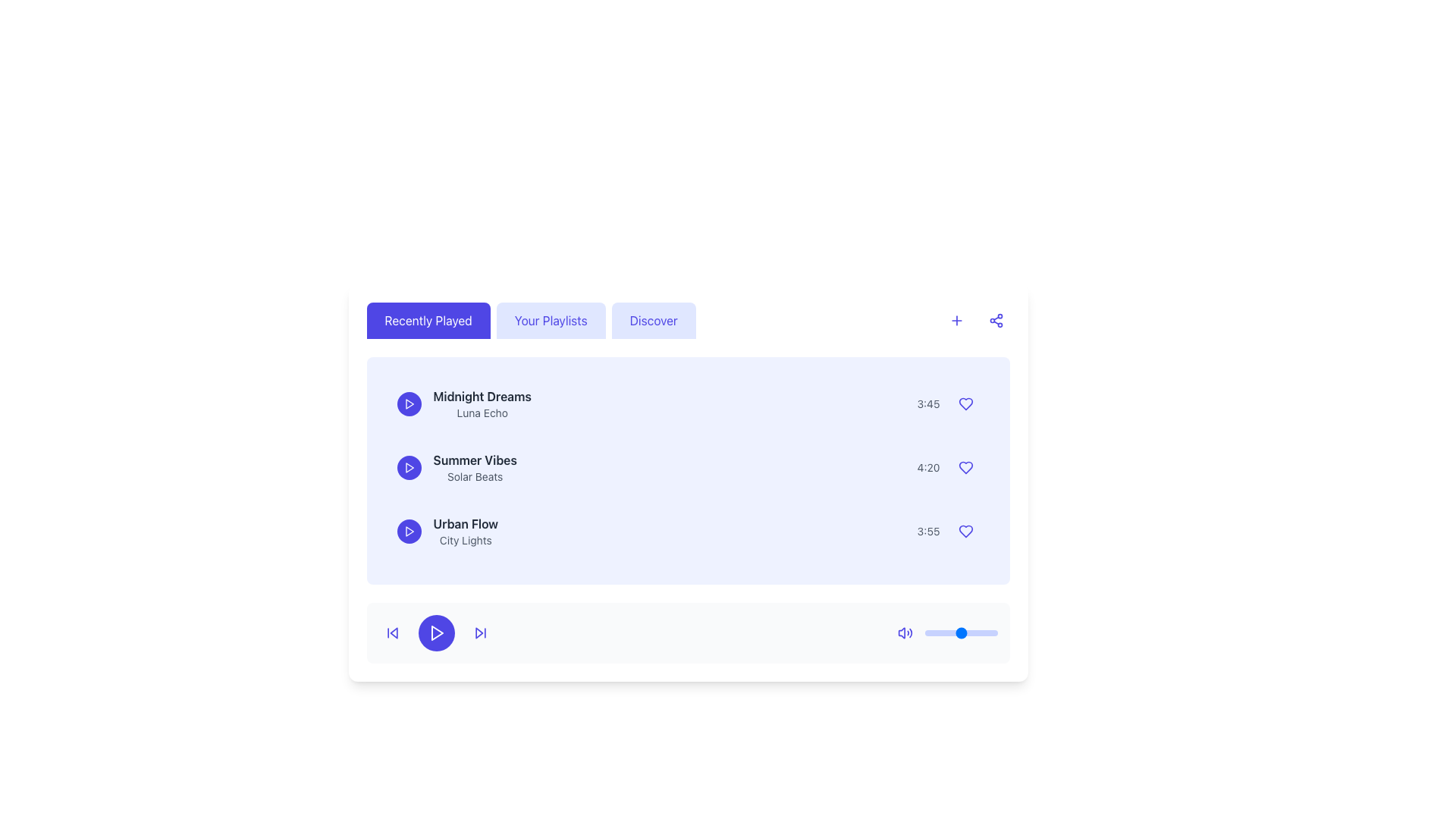 The height and width of the screenshot is (819, 1456). Describe the element at coordinates (952, 632) in the screenshot. I see `the slider` at that location.